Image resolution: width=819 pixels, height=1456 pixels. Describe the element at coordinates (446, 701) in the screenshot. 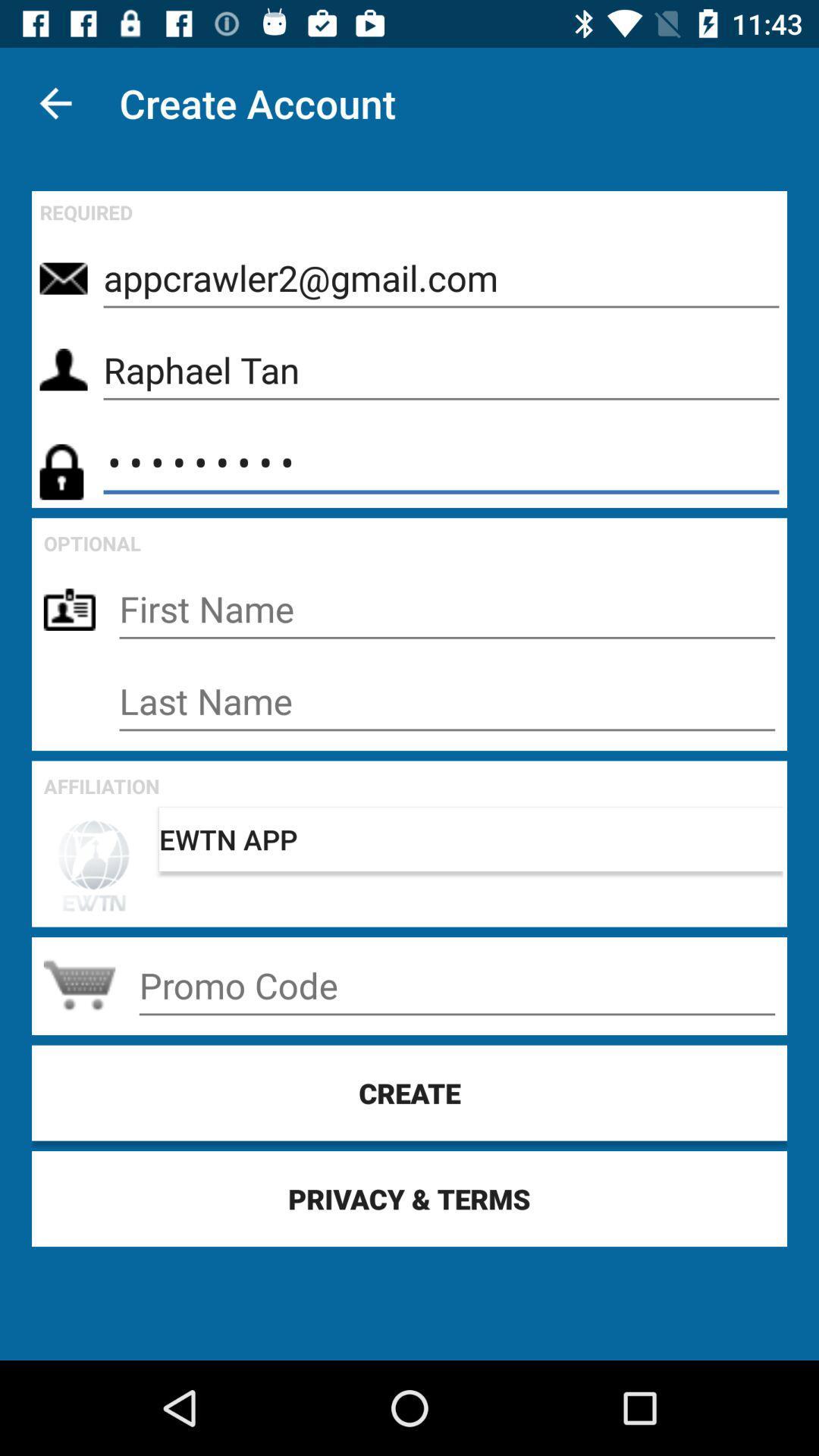

I see `your last name` at that location.